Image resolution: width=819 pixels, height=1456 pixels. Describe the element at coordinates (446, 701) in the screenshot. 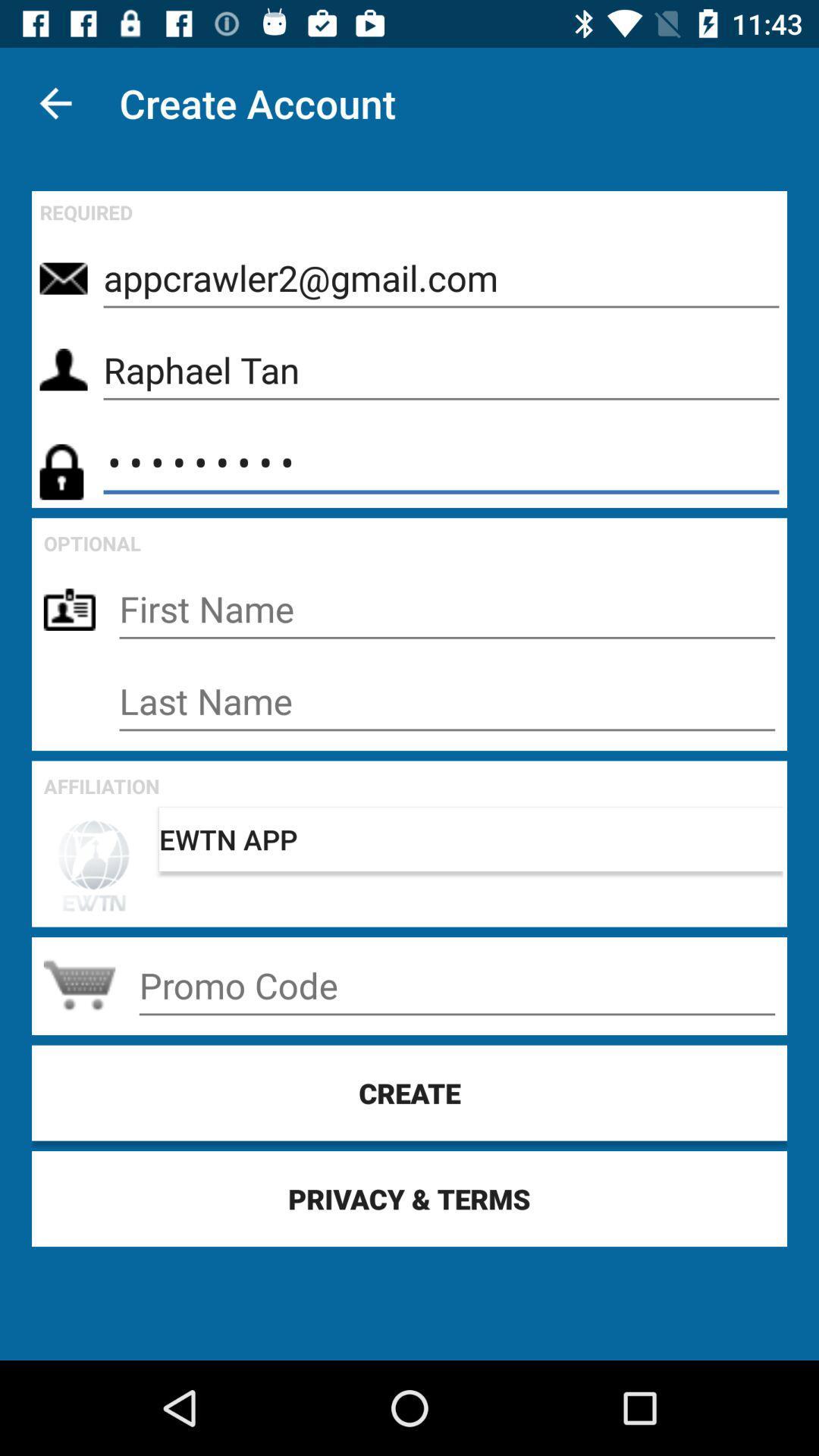

I see `your last name` at that location.